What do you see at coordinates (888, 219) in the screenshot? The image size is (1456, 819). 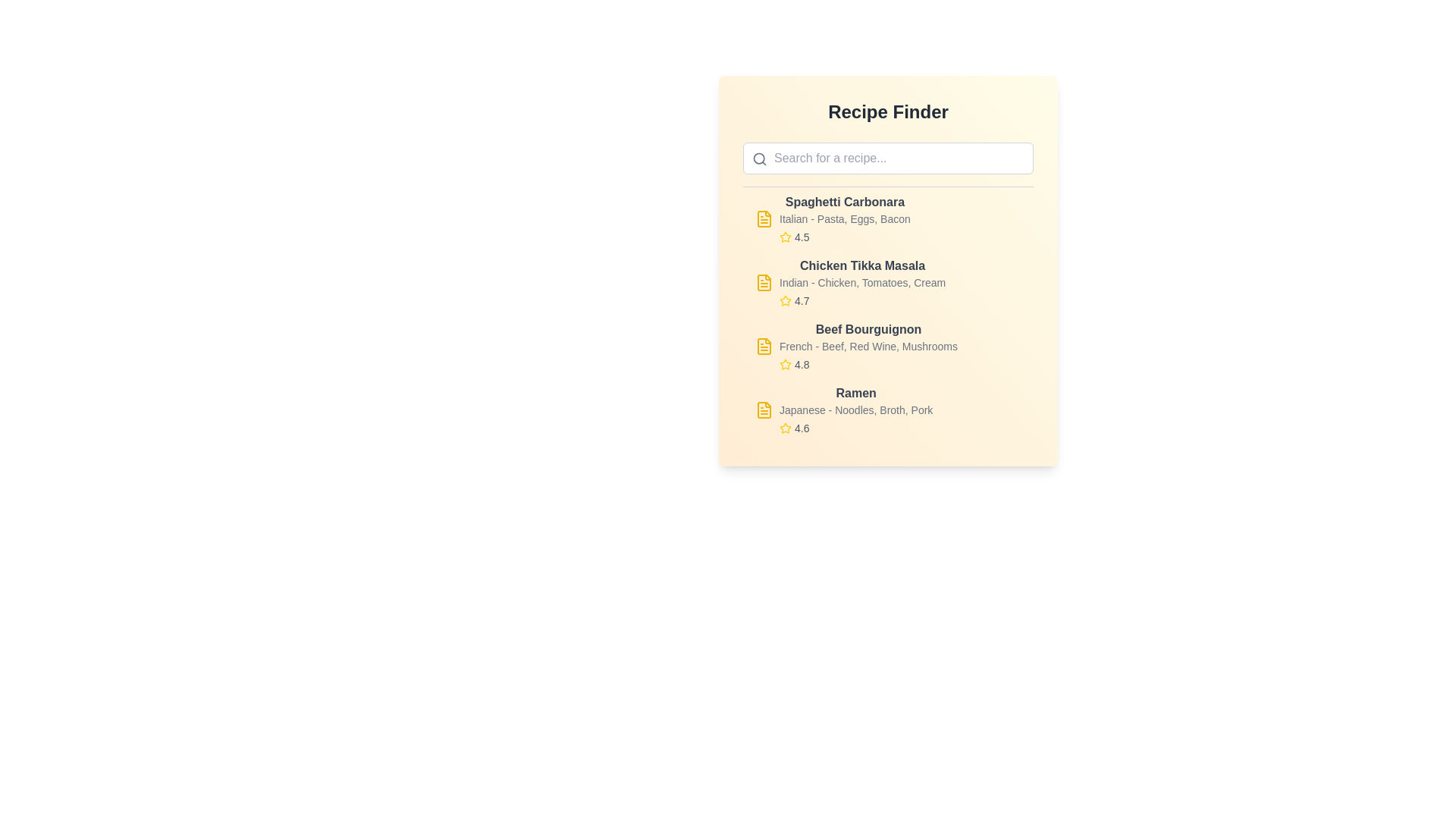 I see `the first list item card titled 'Spaghetti Carbonara' that includes the rating '4.5' and is located below the search bar in the 'Recipe Finder' section` at bounding box center [888, 219].